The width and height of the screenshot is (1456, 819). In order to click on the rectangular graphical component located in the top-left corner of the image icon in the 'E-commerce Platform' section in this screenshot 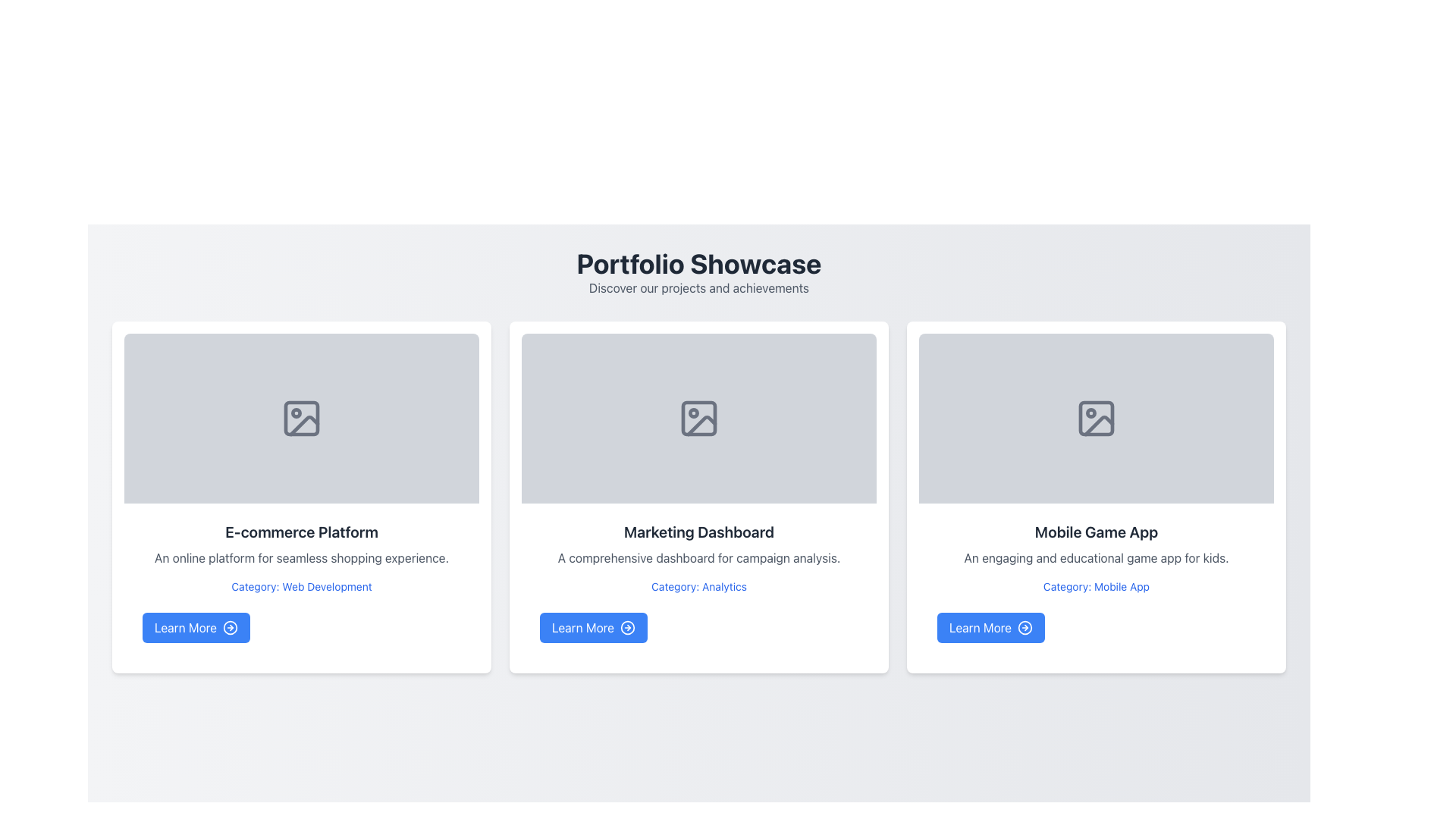, I will do `click(302, 418)`.